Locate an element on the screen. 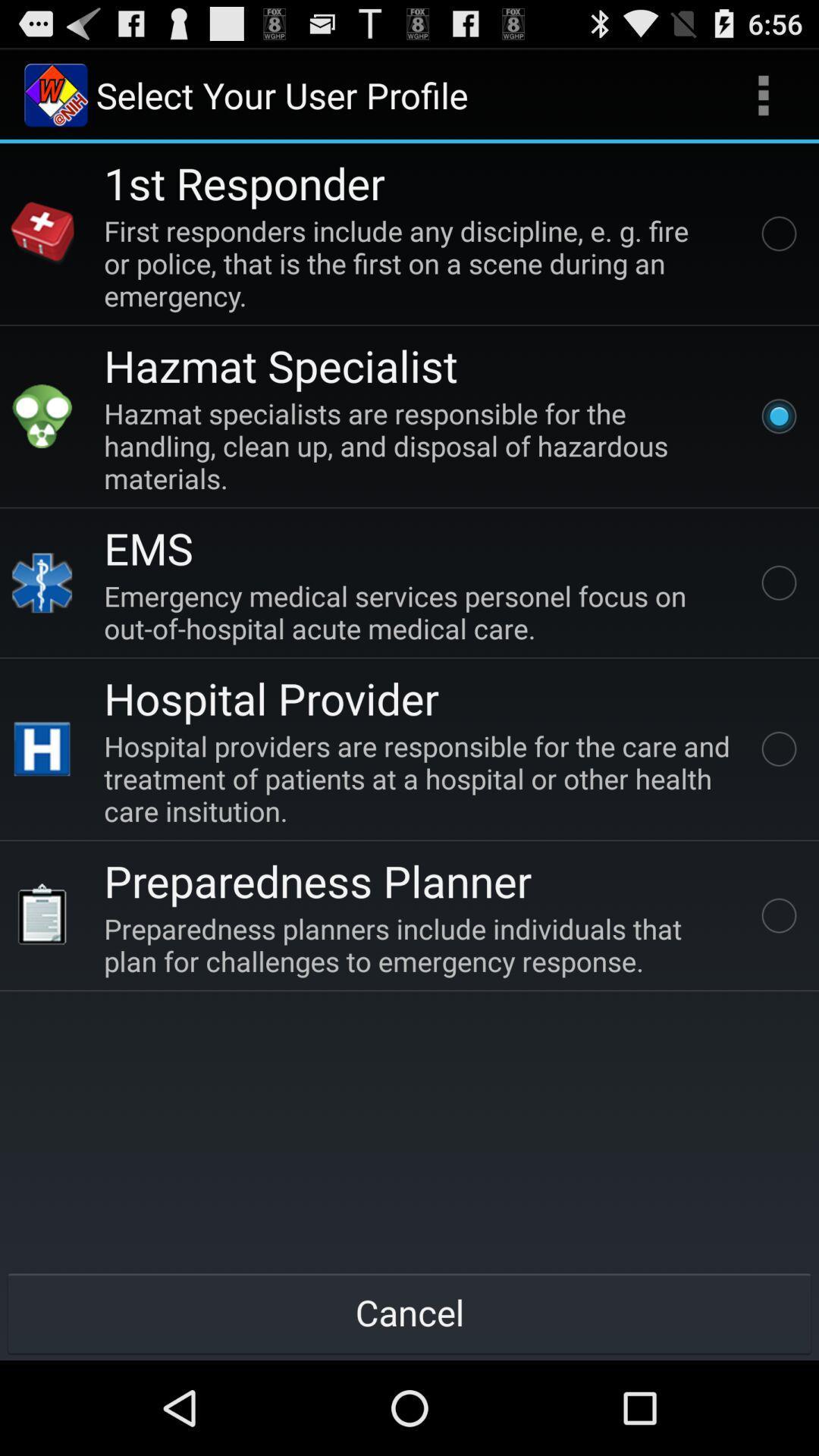  item below select your user item is located at coordinates (243, 182).